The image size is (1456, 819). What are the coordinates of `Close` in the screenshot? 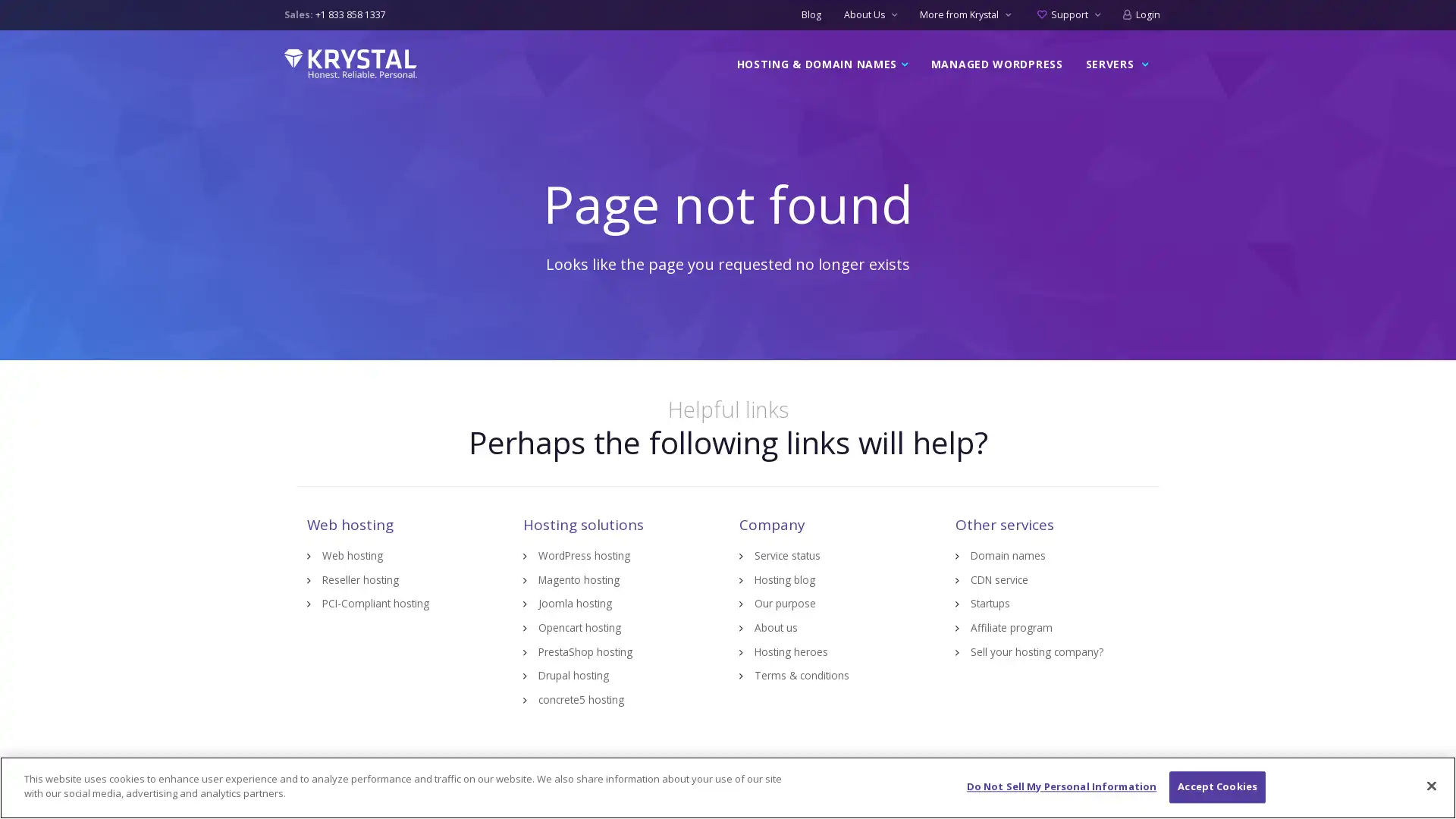 It's located at (1430, 785).